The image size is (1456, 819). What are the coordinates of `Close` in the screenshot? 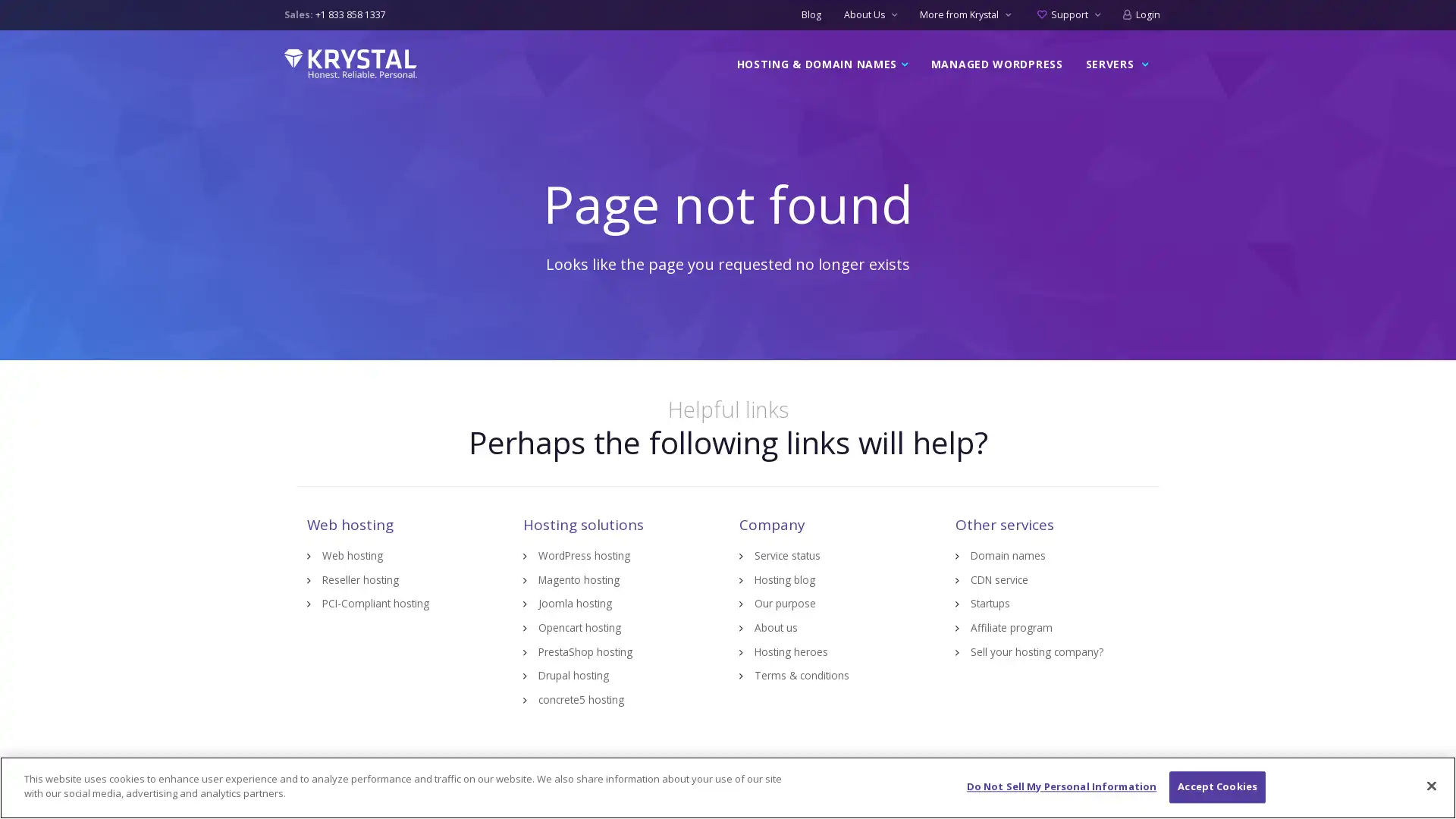 It's located at (1430, 785).